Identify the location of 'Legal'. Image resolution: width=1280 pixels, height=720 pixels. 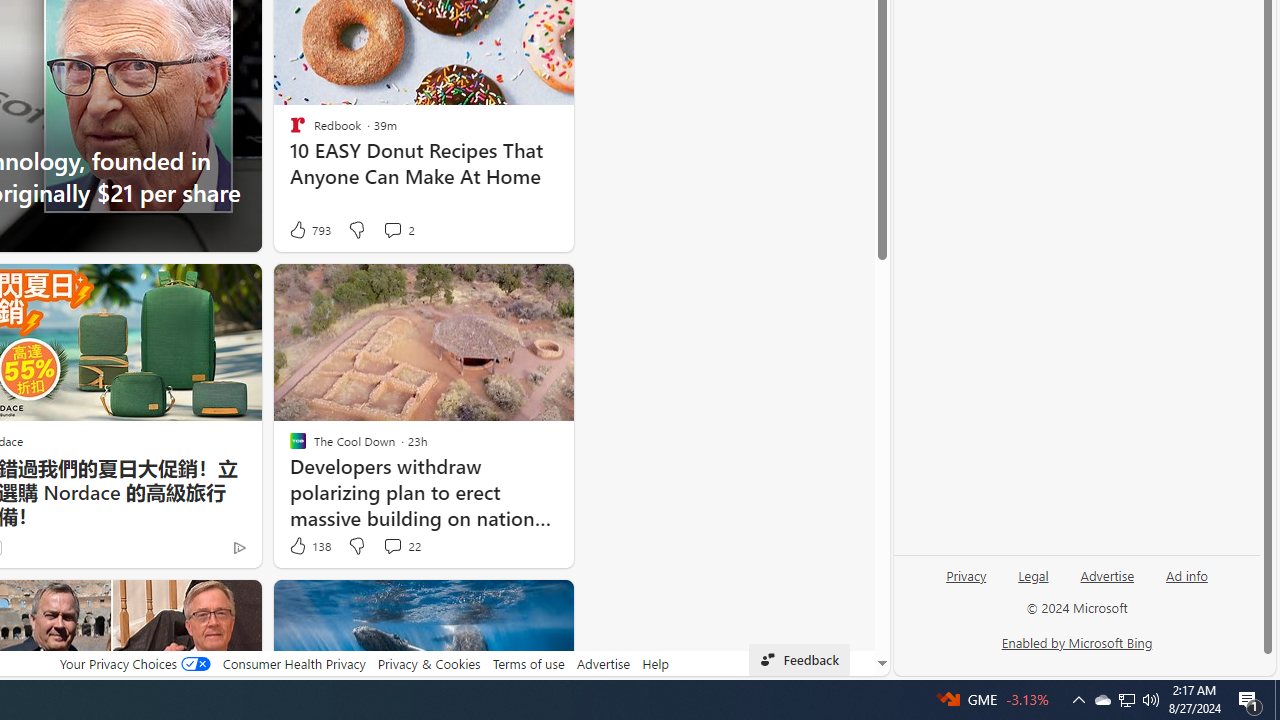
(1033, 583).